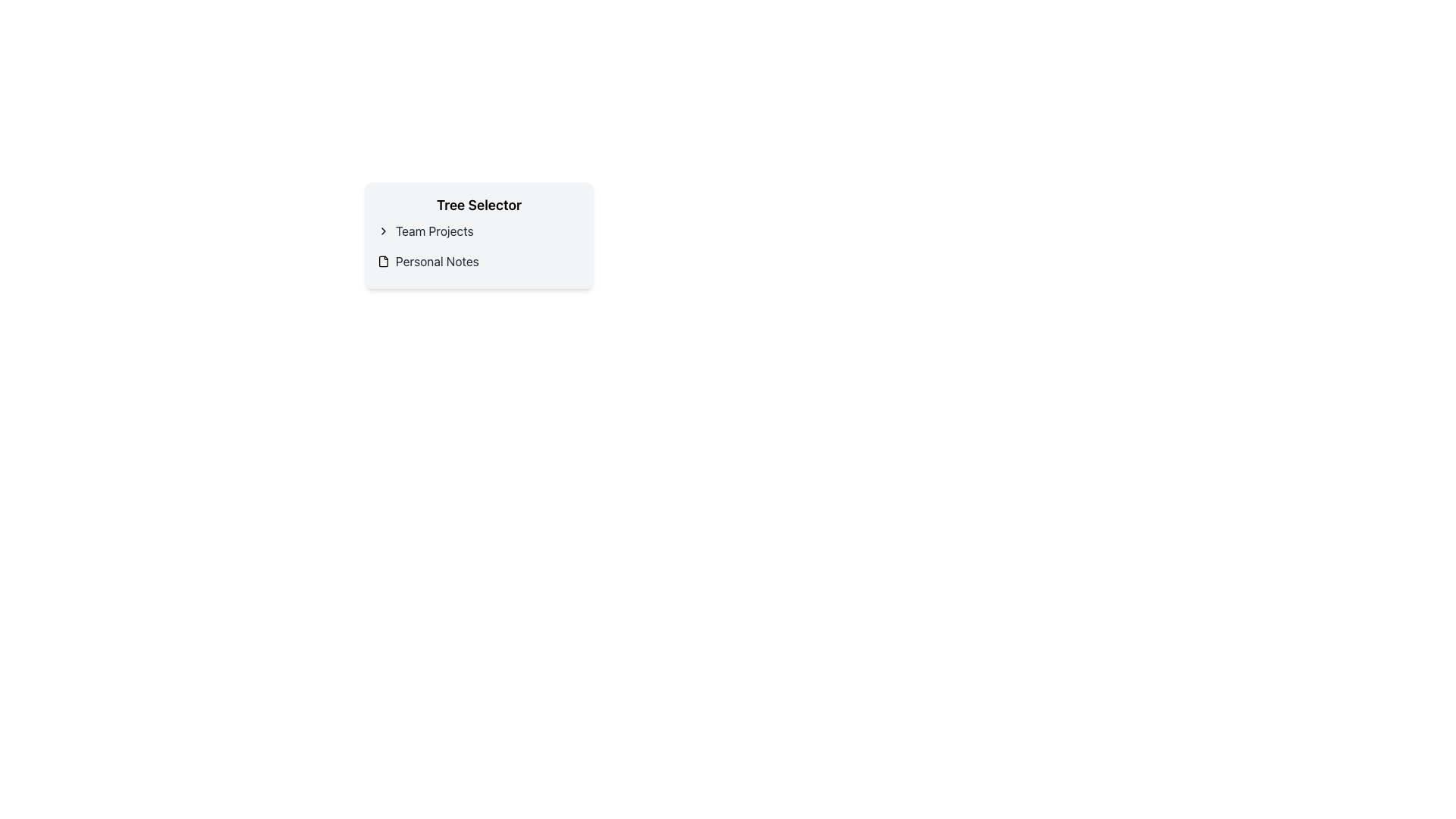 The height and width of the screenshot is (819, 1456). What do you see at coordinates (479, 260) in the screenshot?
I see `the third menu item labeled 'Personal Notes' in the 'Tree Selector' menu` at bounding box center [479, 260].